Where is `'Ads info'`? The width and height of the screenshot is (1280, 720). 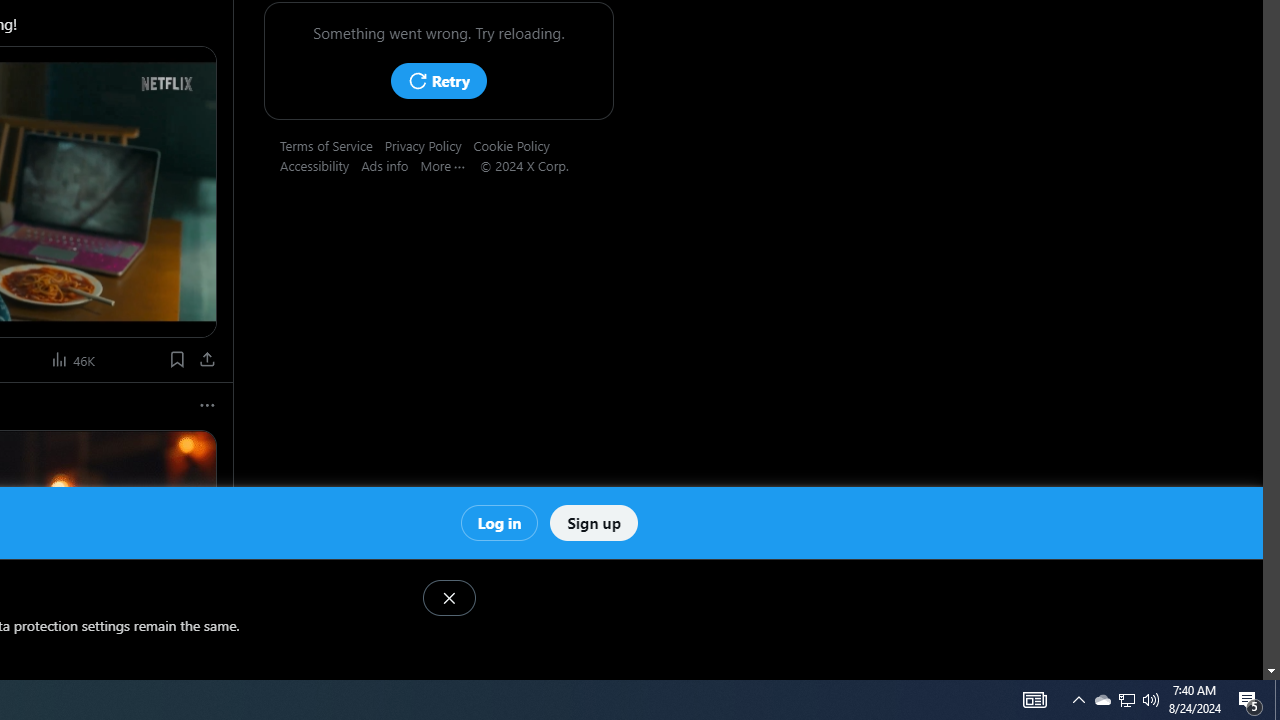
'Ads info' is located at coordinates (391, 164).